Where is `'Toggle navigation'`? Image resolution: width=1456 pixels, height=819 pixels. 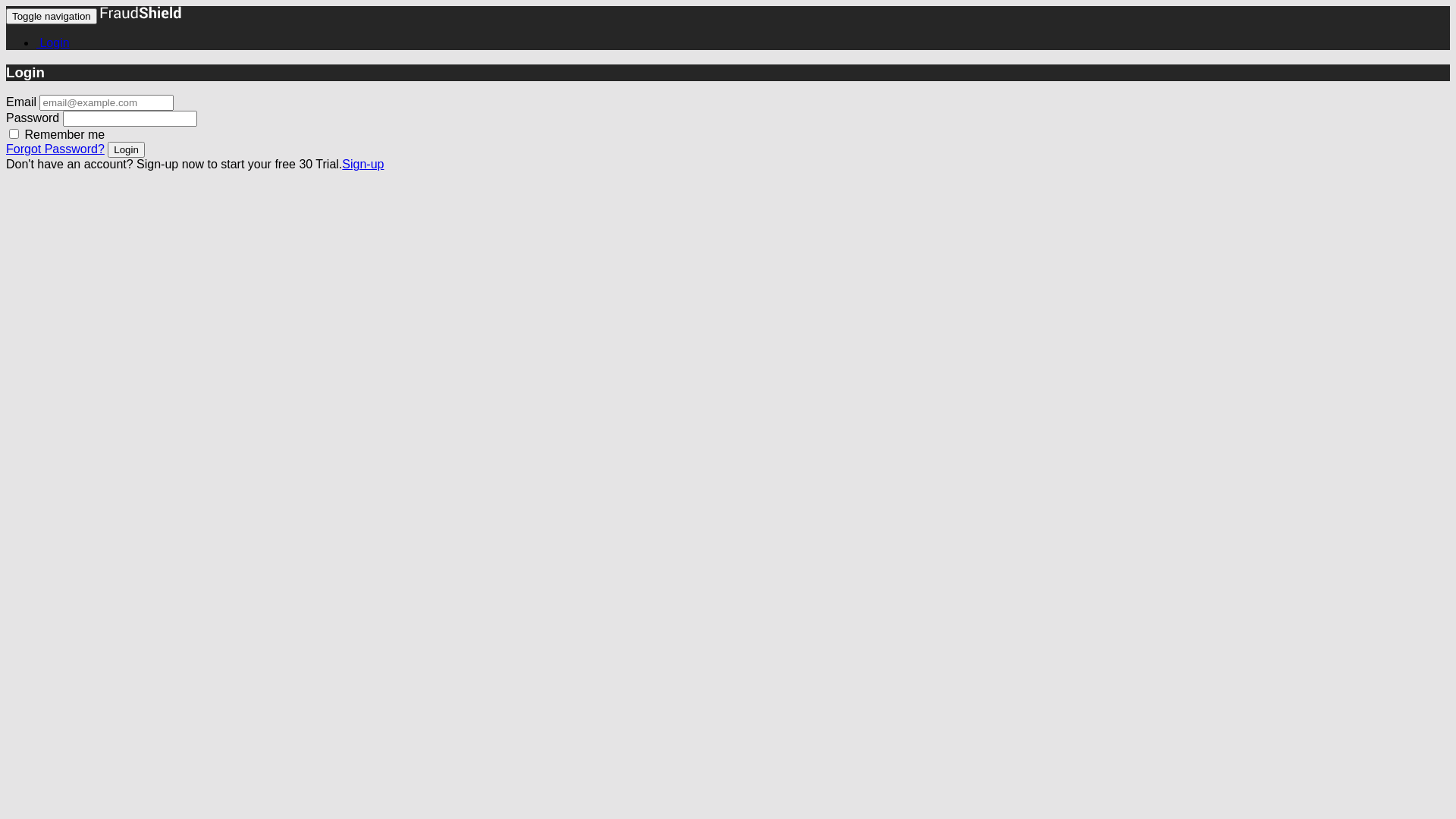 'Toggle navigation' is located at coordinates (51, 16).